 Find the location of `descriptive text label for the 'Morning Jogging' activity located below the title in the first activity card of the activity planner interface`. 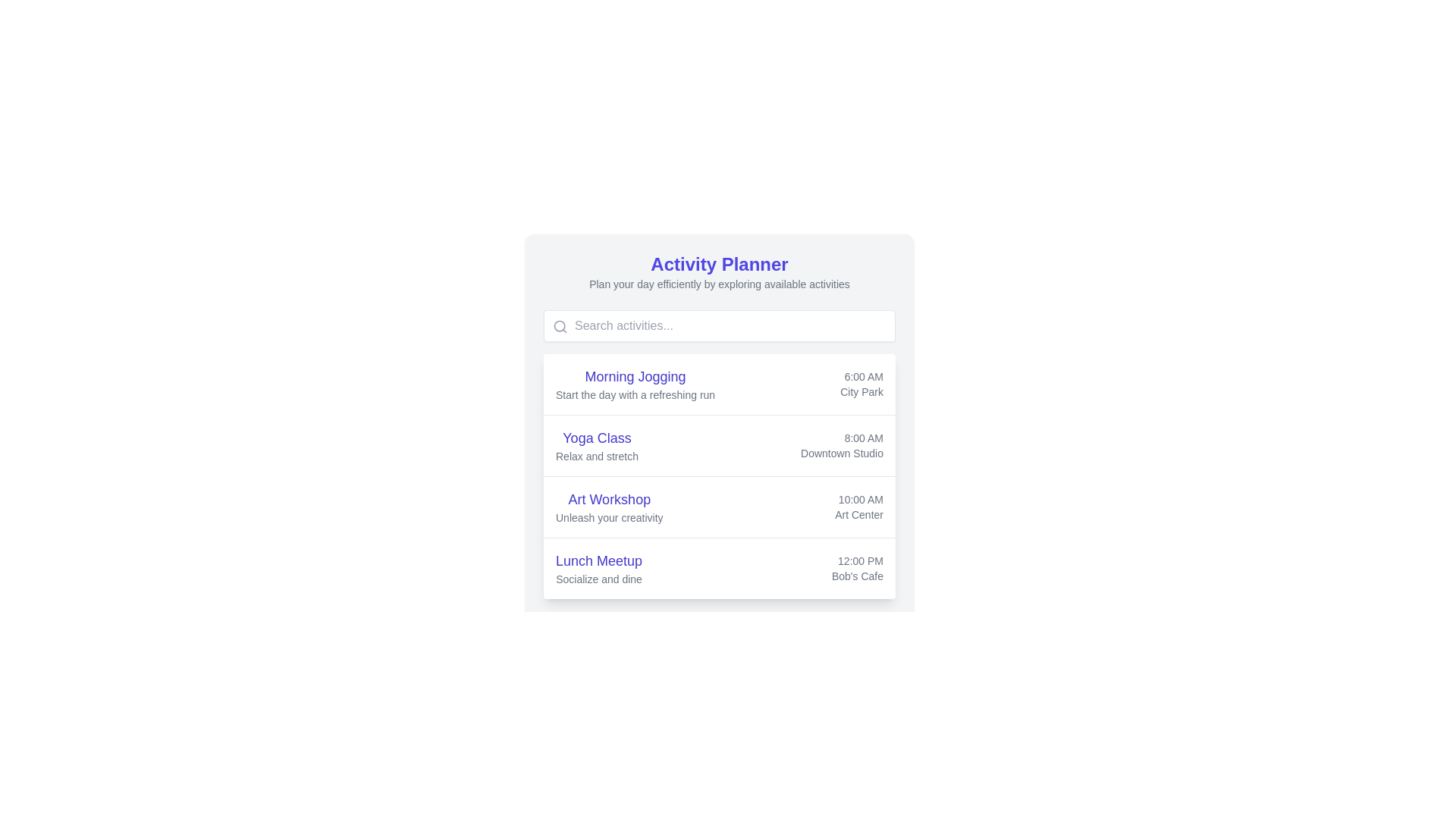

descriptive text label for the 'Morning Jogging' activity located below the title in the first activity card of the activity planner interface is located at coordinates (635, 394).